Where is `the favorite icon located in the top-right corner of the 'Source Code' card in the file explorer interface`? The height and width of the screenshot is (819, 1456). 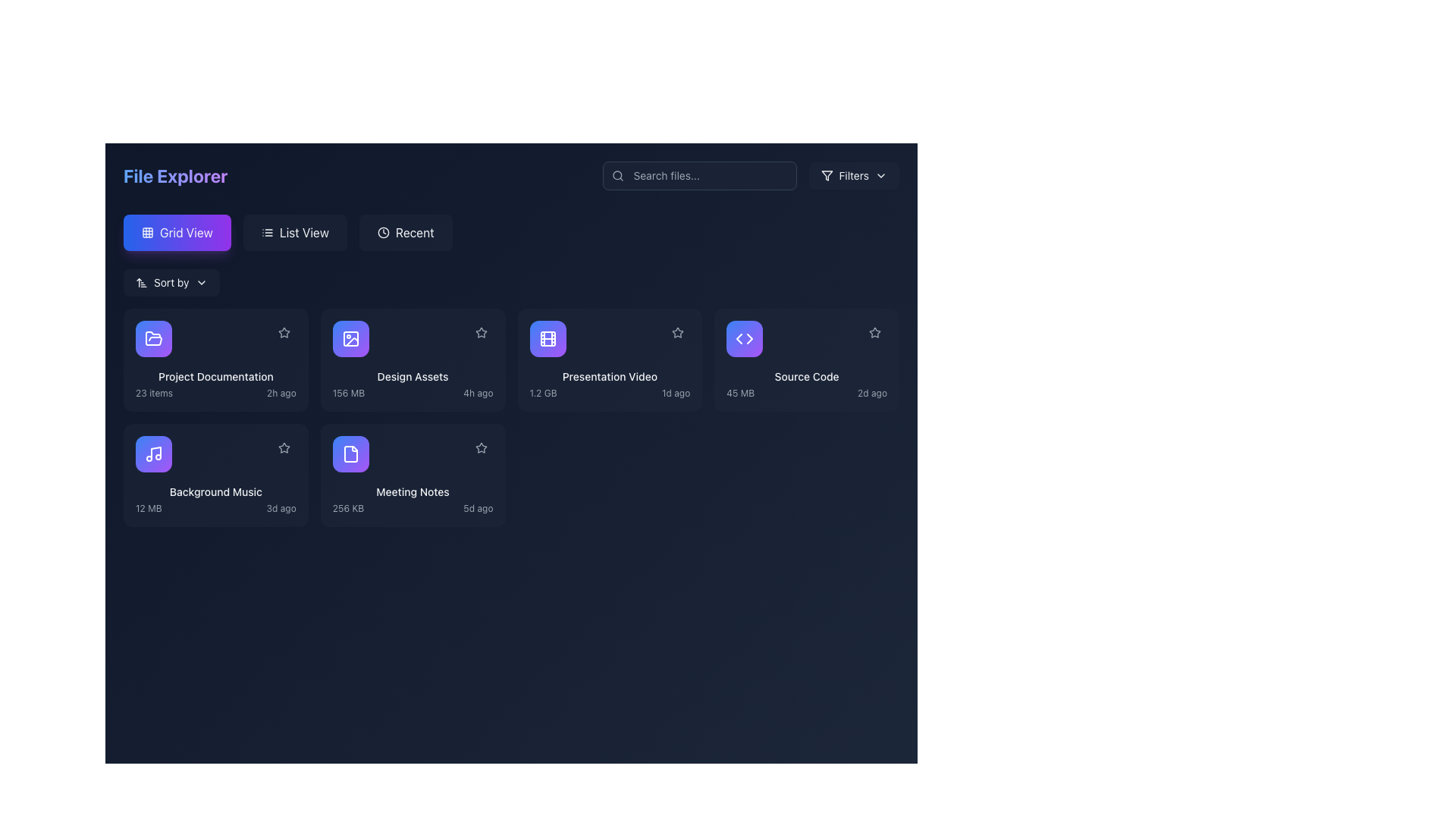 the favorite icon located in the top-right corner of the 'Source Code' card in the file explorer interface is located at coordinates (874, 331).